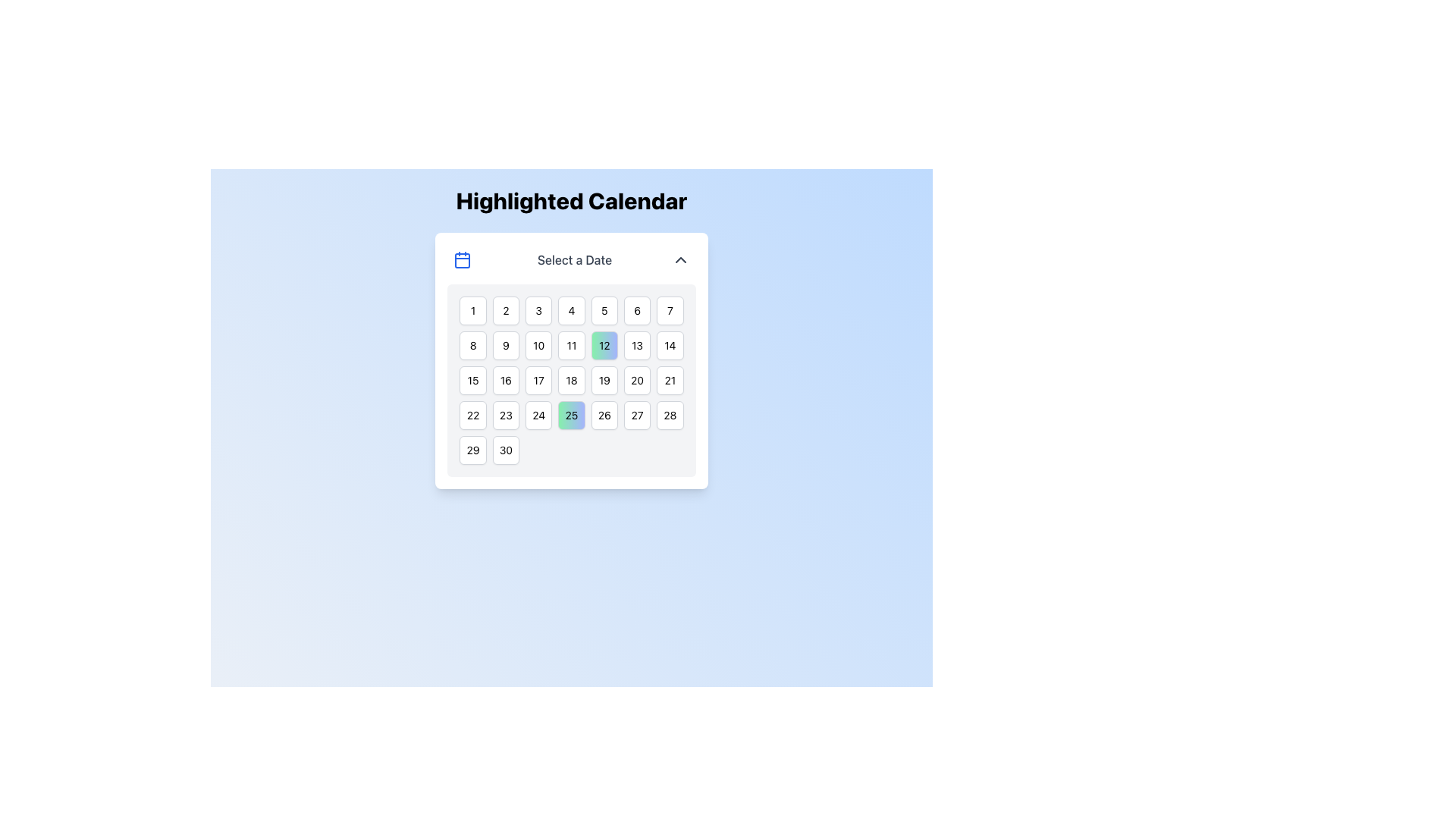 The width and height of the screenshot is (1456, 819). I want to click on the date selector button labeled '30' located in the bottom-right corner of the calendar grid, so click(506, 450).